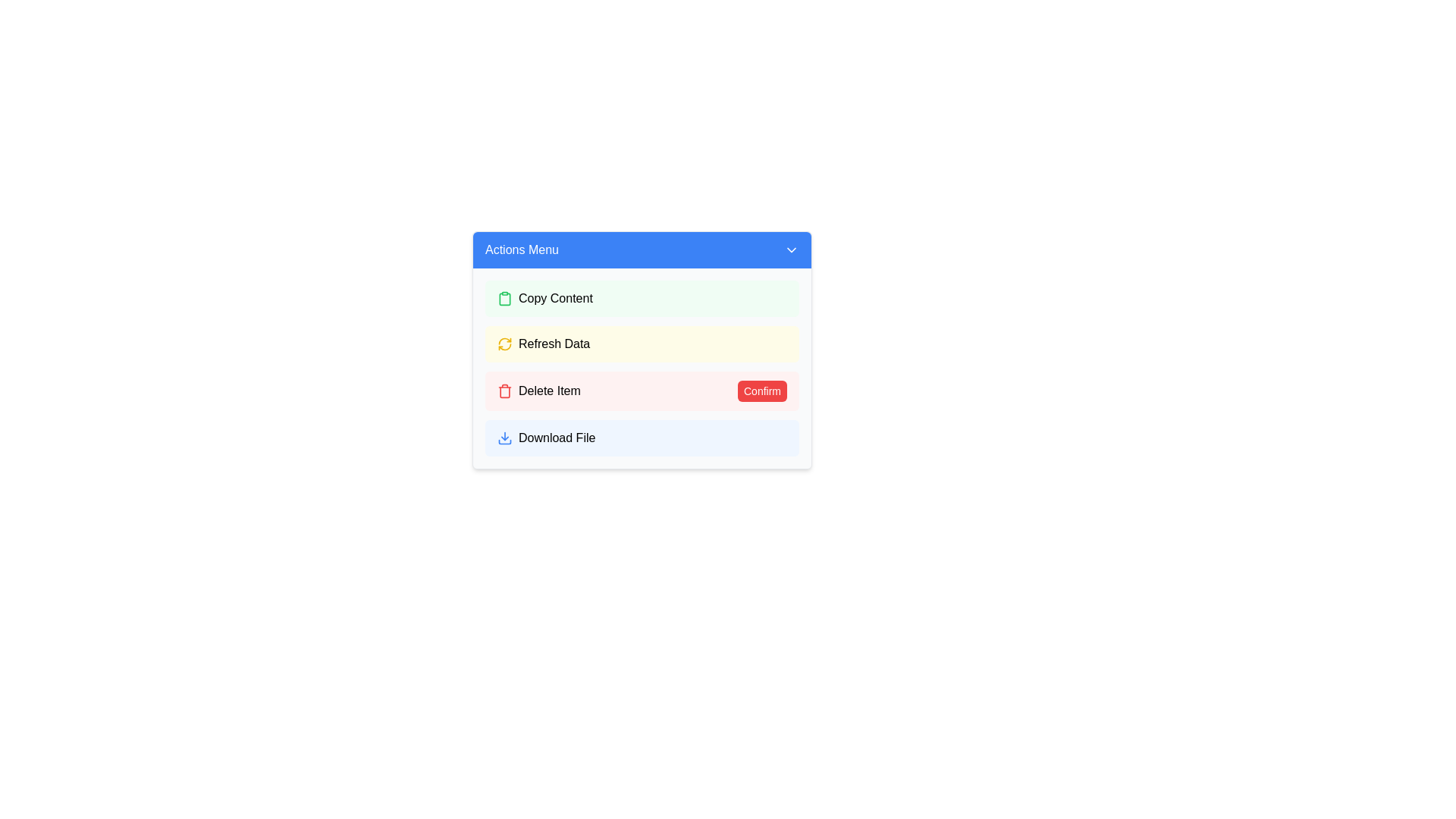 This screenshot has height=819, width=1456. I want to click on the rectangular portion of the 'Download File' icon, which is styled in blue and located at the bottom left of the icon, to initiate the download option, so click(505, 441).